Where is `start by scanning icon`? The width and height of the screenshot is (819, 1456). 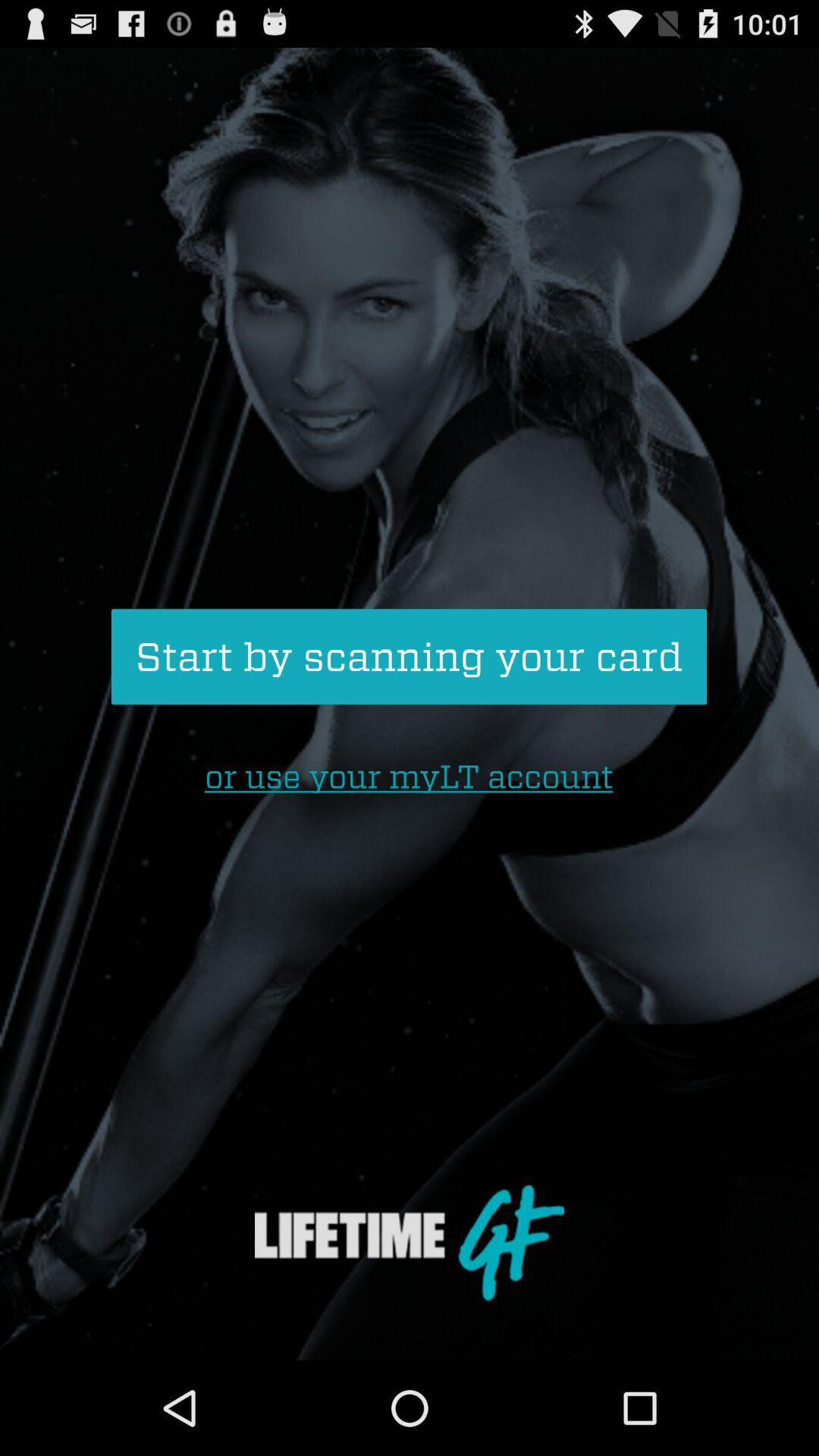
start by scanning icon is located at coordinates (408, 657).